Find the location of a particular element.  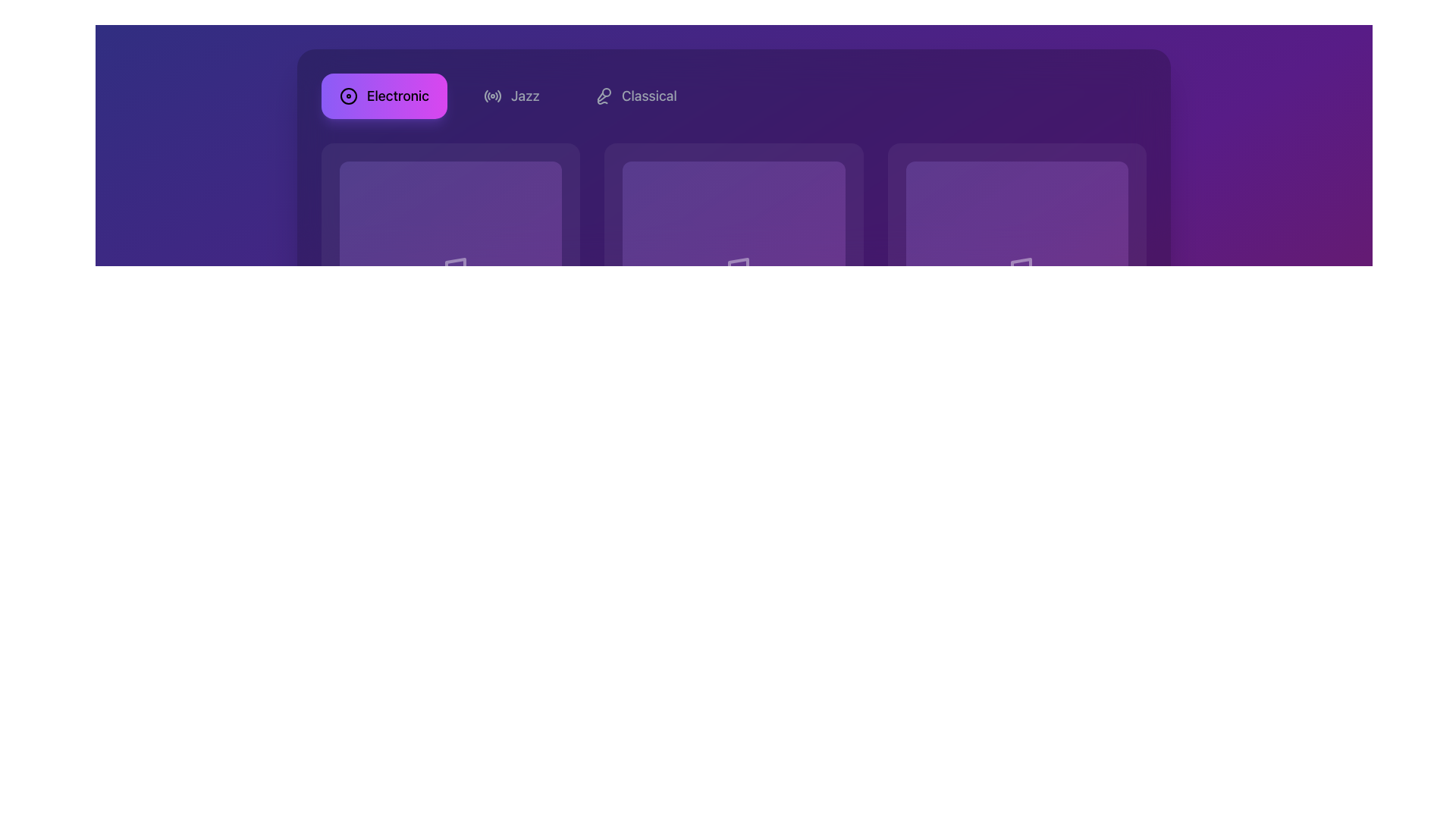

the button labeled 'Jazz' which contains the icon representing the 'Jazz' category in the navigation menu is located at coordinates (492, 96).